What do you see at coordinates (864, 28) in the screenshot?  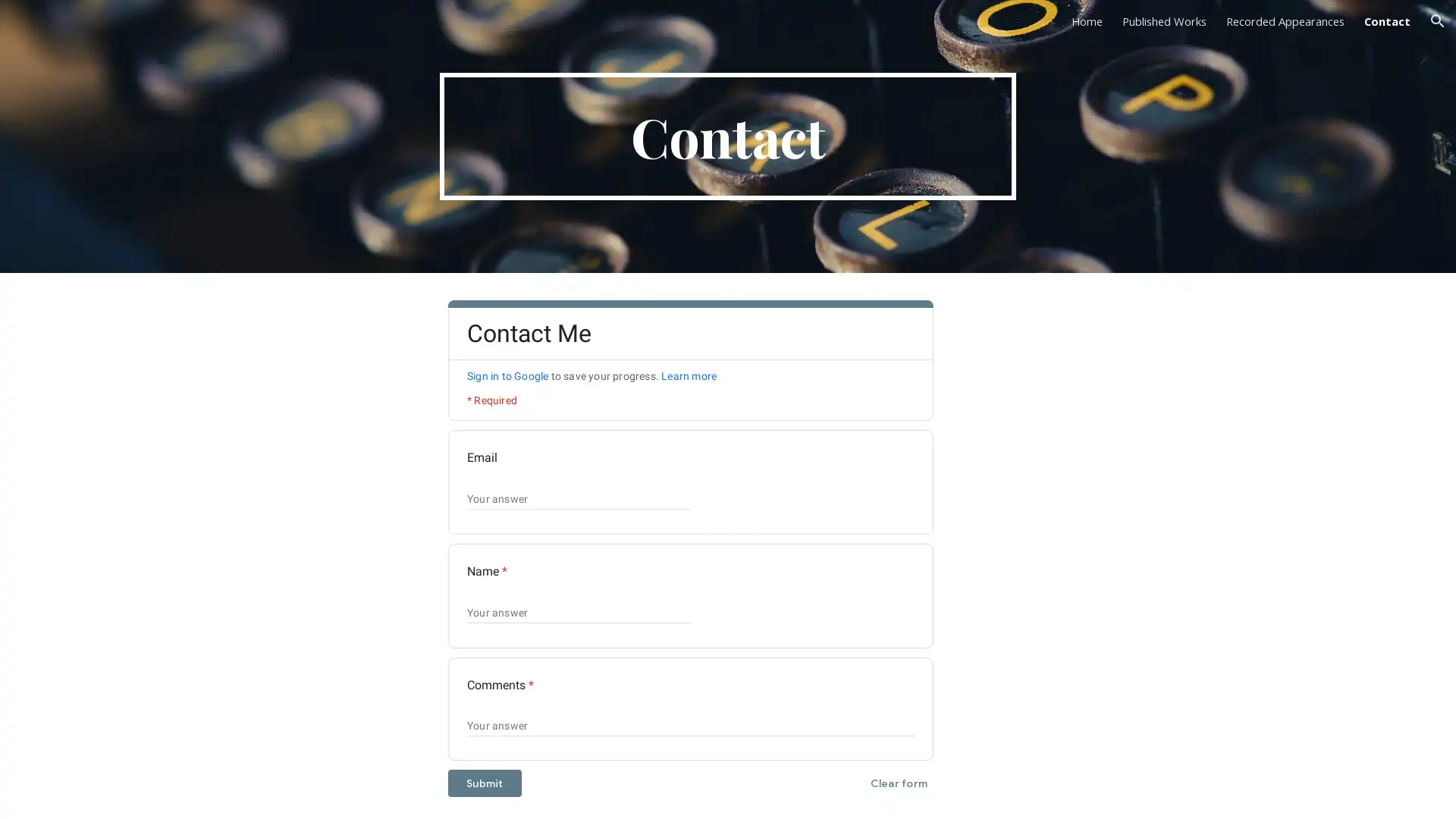 I see `Skip to navigation` at bounding box center [864, 28].